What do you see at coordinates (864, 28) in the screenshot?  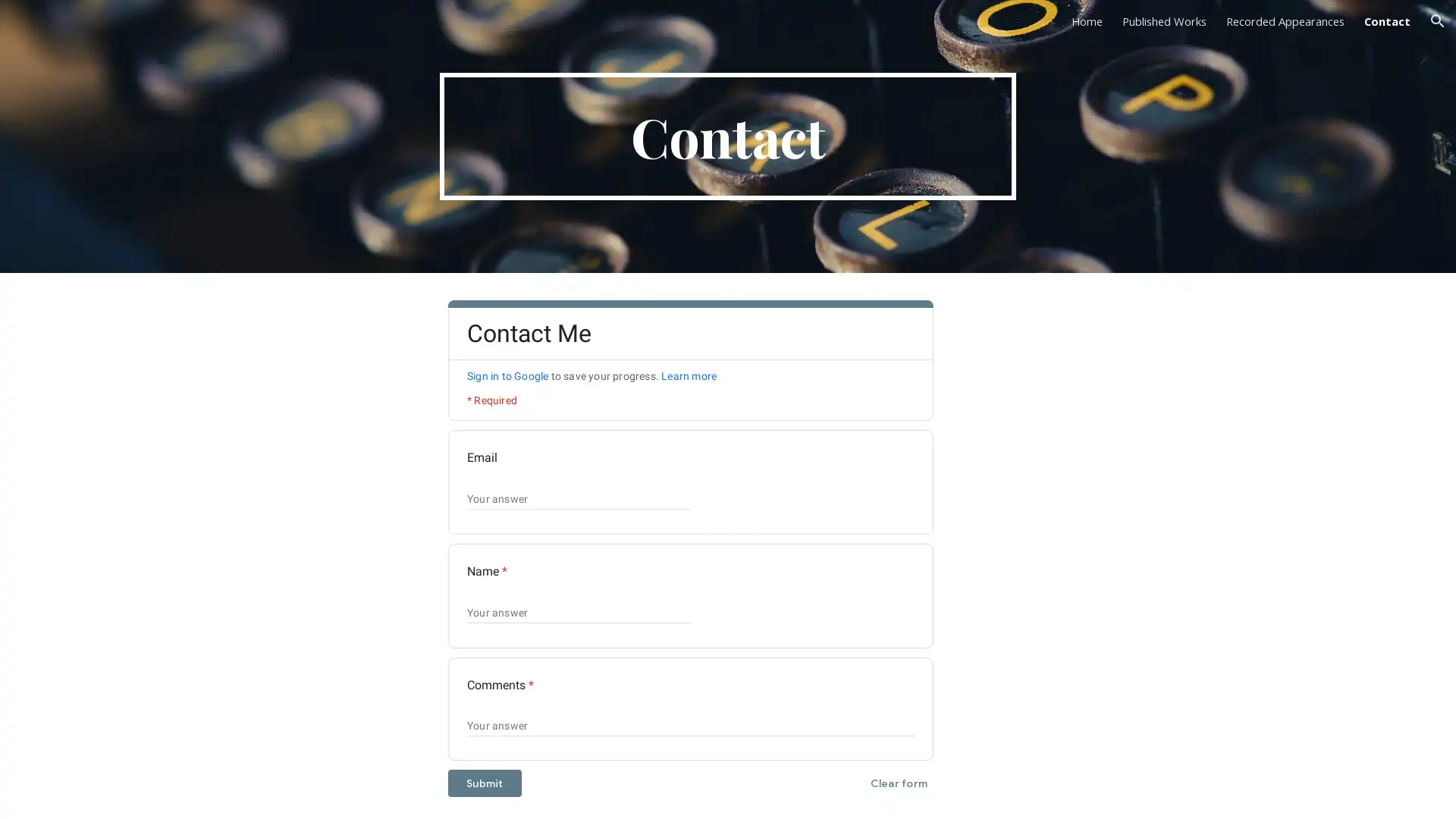 I see `Skip to navigation` at bounding box center [864, 28].